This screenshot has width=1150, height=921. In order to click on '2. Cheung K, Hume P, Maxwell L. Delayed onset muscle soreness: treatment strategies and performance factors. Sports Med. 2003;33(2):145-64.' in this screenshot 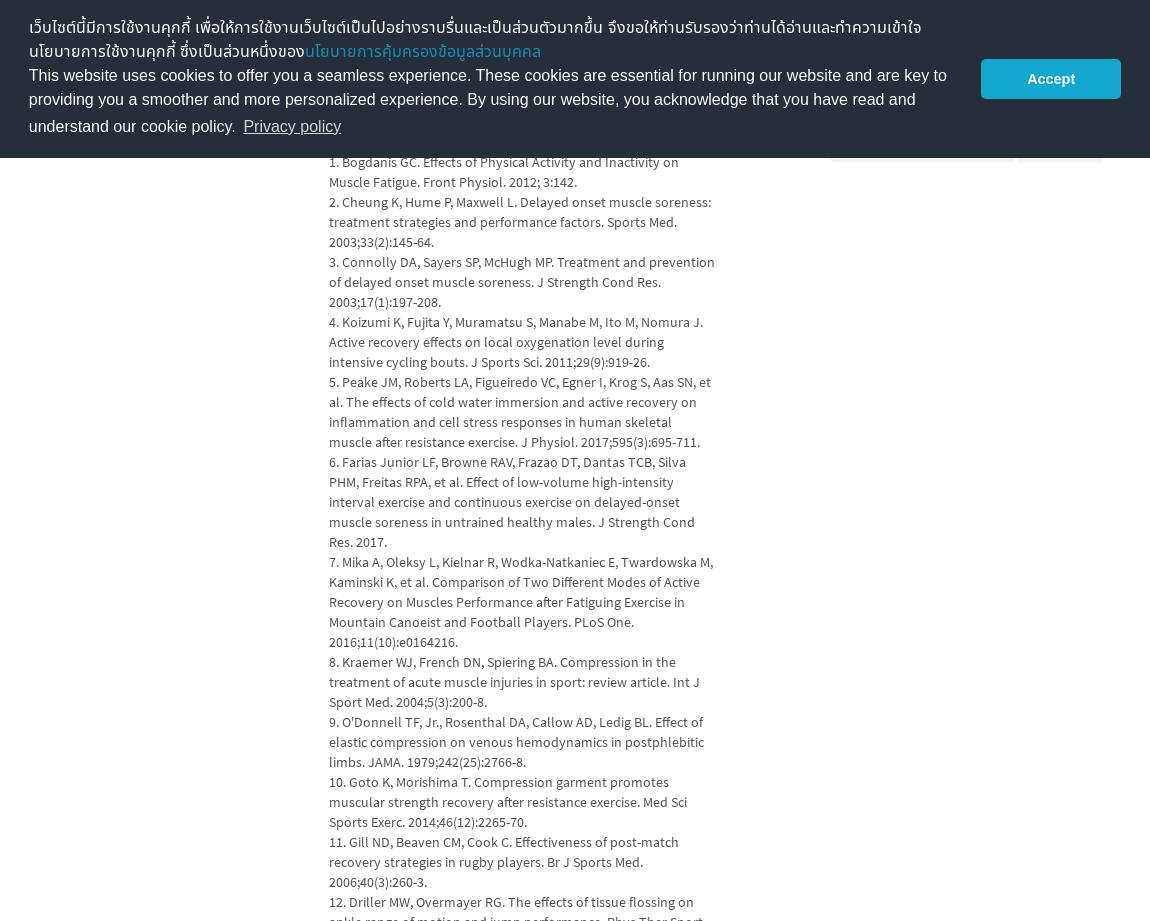, I will do `click(518, 220)`.